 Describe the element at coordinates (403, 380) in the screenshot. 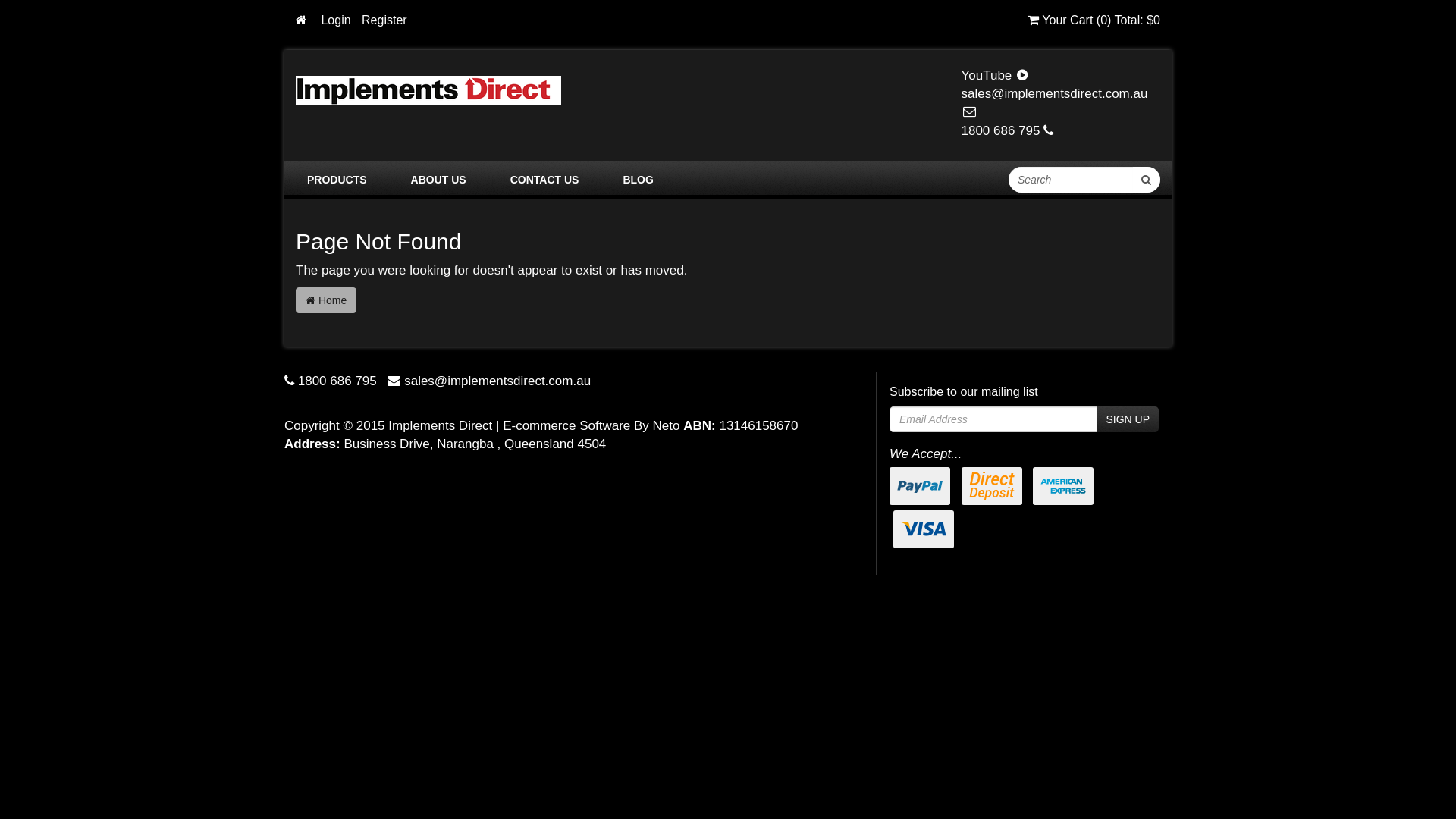

I see `'sales@implementsdirect.com.au'` at that location.